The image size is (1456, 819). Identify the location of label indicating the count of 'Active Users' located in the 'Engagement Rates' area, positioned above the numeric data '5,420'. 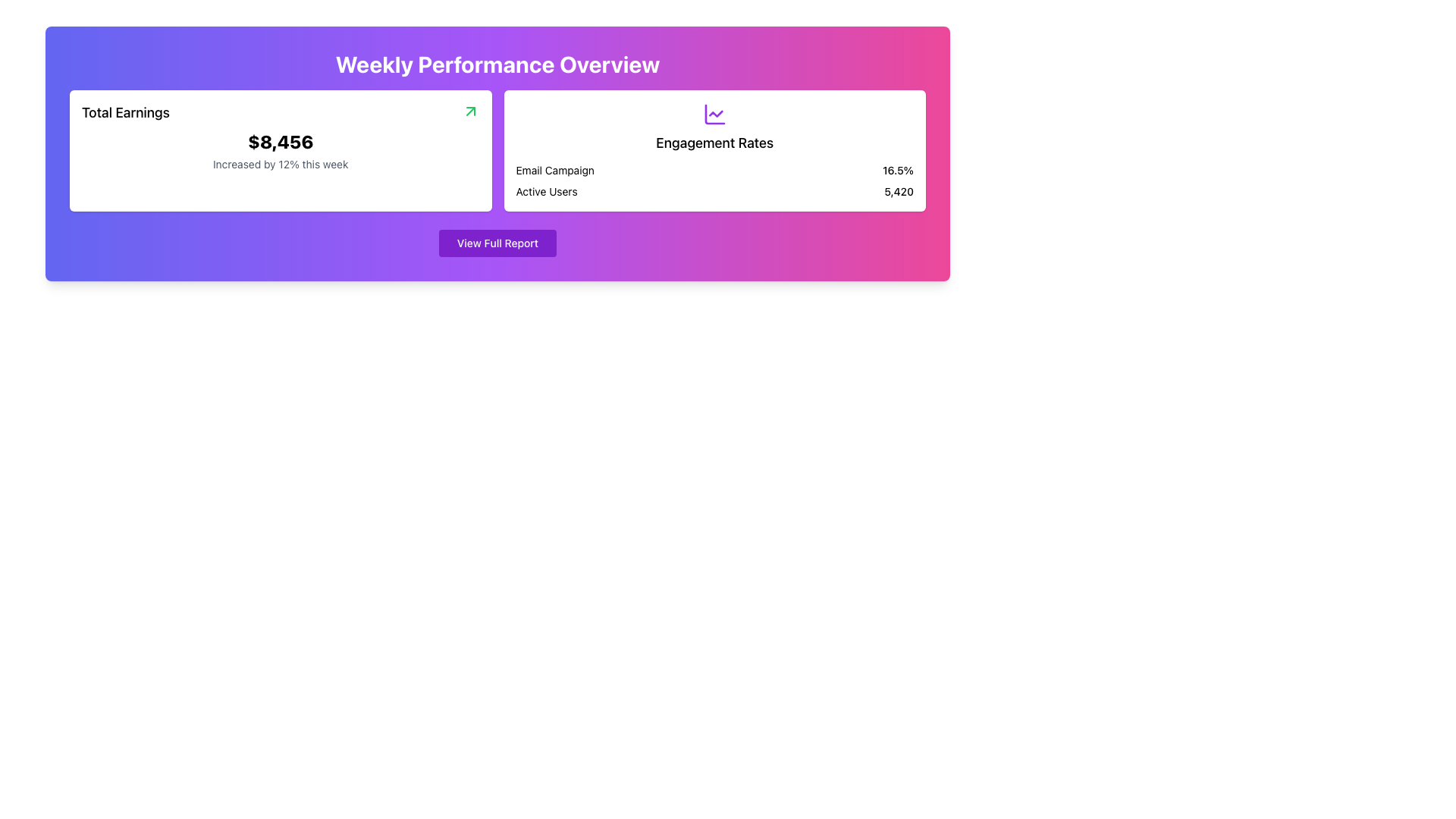
(546, 191).